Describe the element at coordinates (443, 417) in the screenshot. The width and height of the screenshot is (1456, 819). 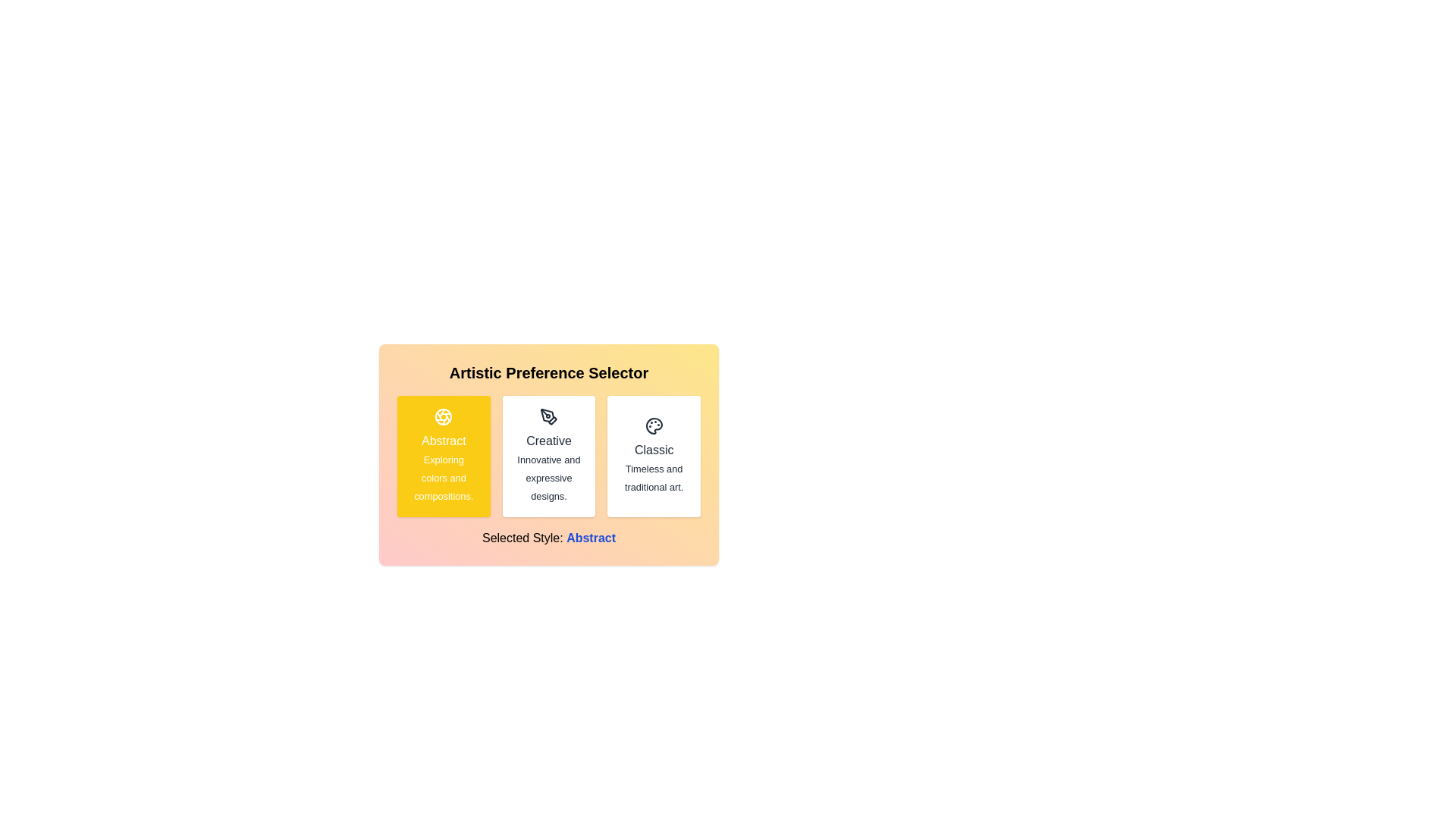
I see `the icon for the artistic style Abstract` at that location.